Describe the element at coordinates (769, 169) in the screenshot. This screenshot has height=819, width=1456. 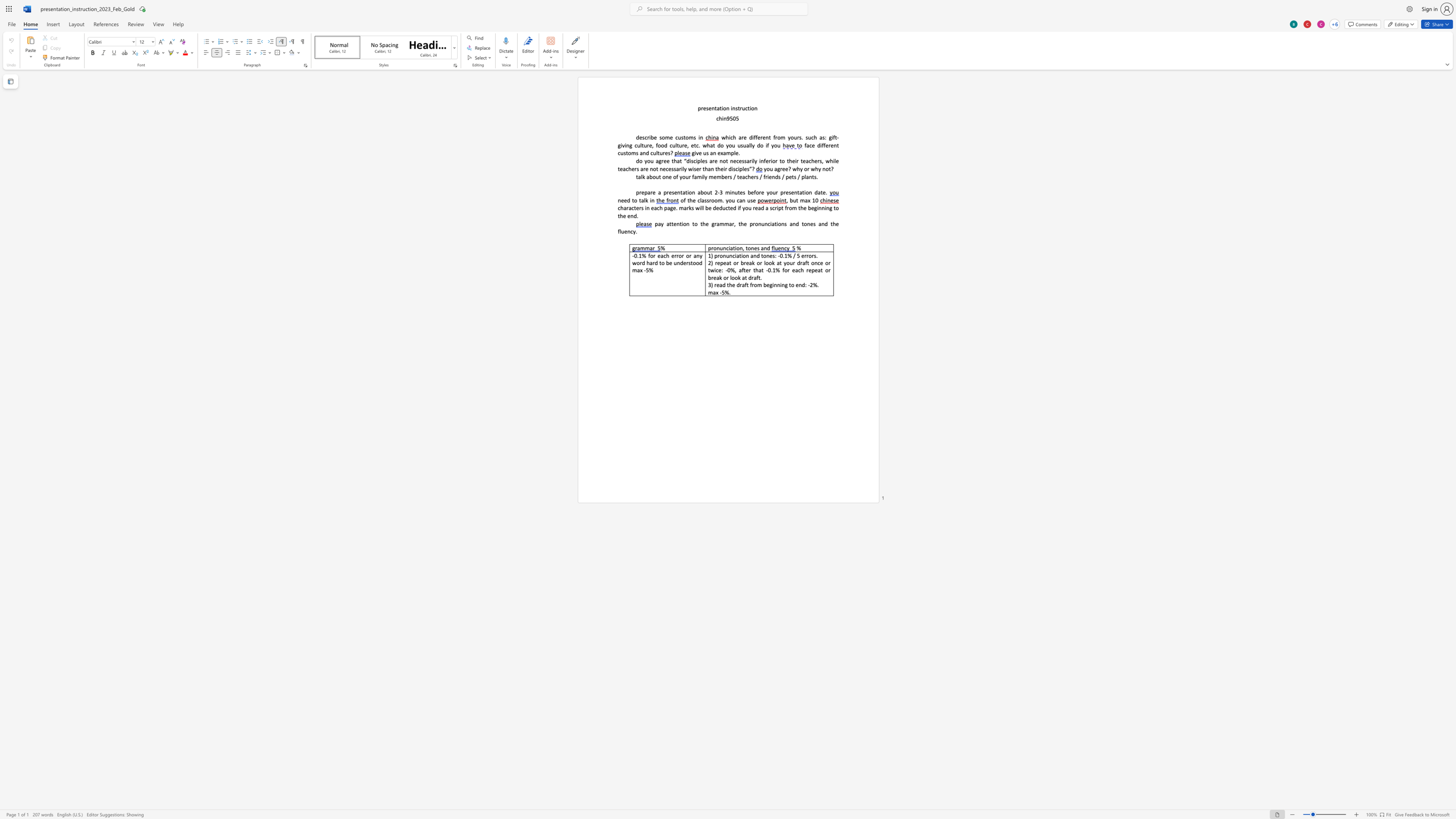
I see `the space between the continuous character "o" and "u" in the text` at that location.